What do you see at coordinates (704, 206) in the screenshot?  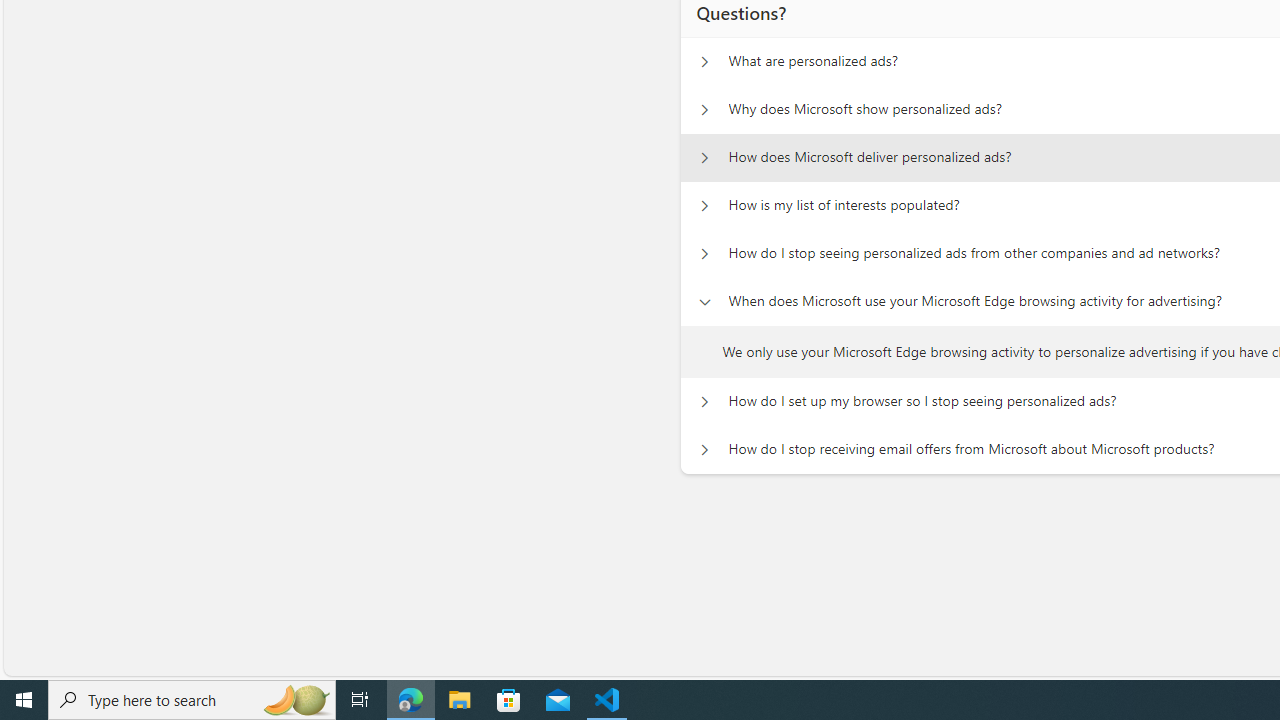 I see `'Questions? How is my list of interests populated?'` at bounding box center [704, 206].